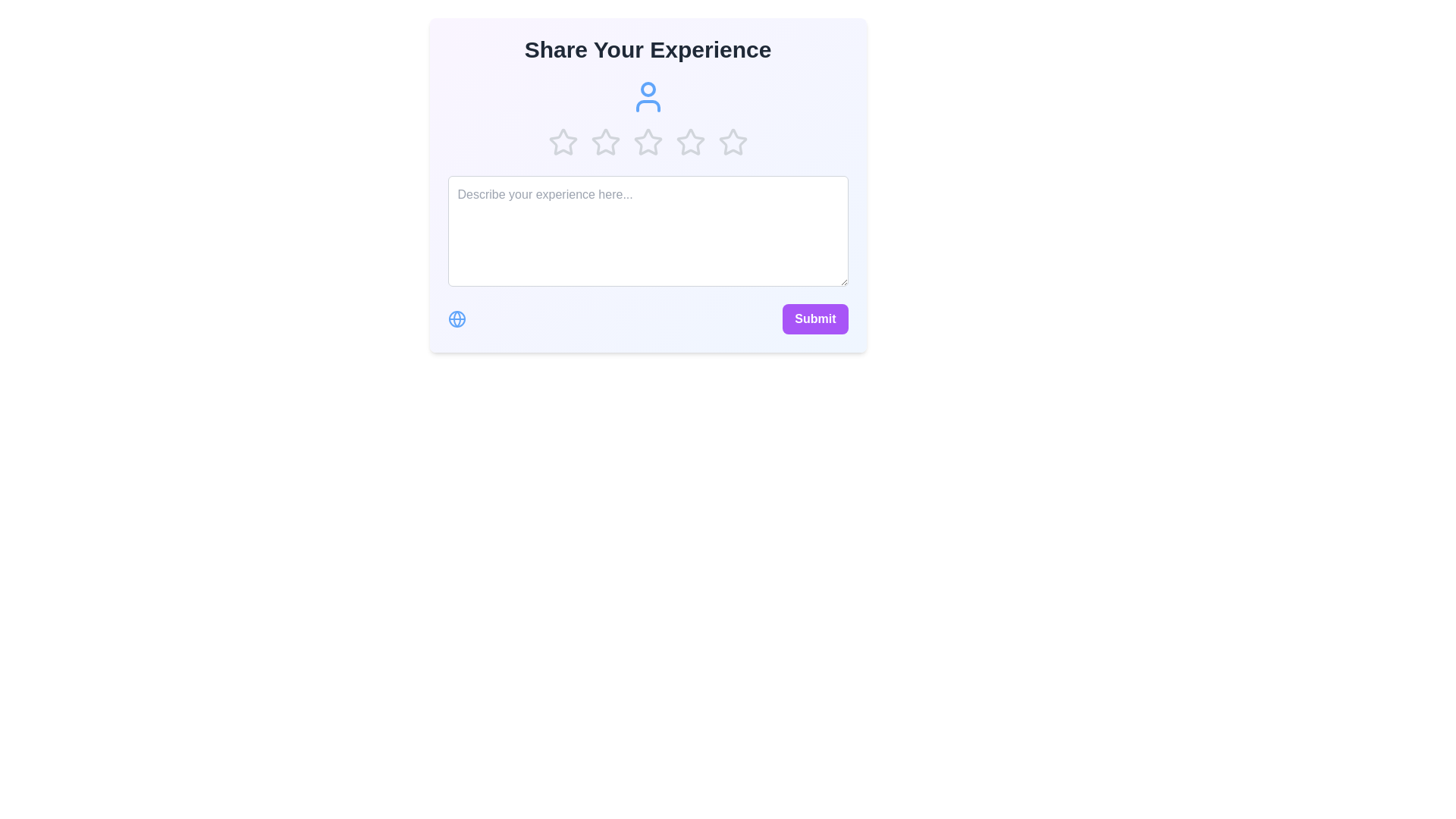 This screenshot has height=819, width=1456. Describe the element at coordinates (562, 142) in the screenshot. I see `the star outline icon, which is styled in gray and is the first in a horizontal row of five star icons, to rate` at that location.